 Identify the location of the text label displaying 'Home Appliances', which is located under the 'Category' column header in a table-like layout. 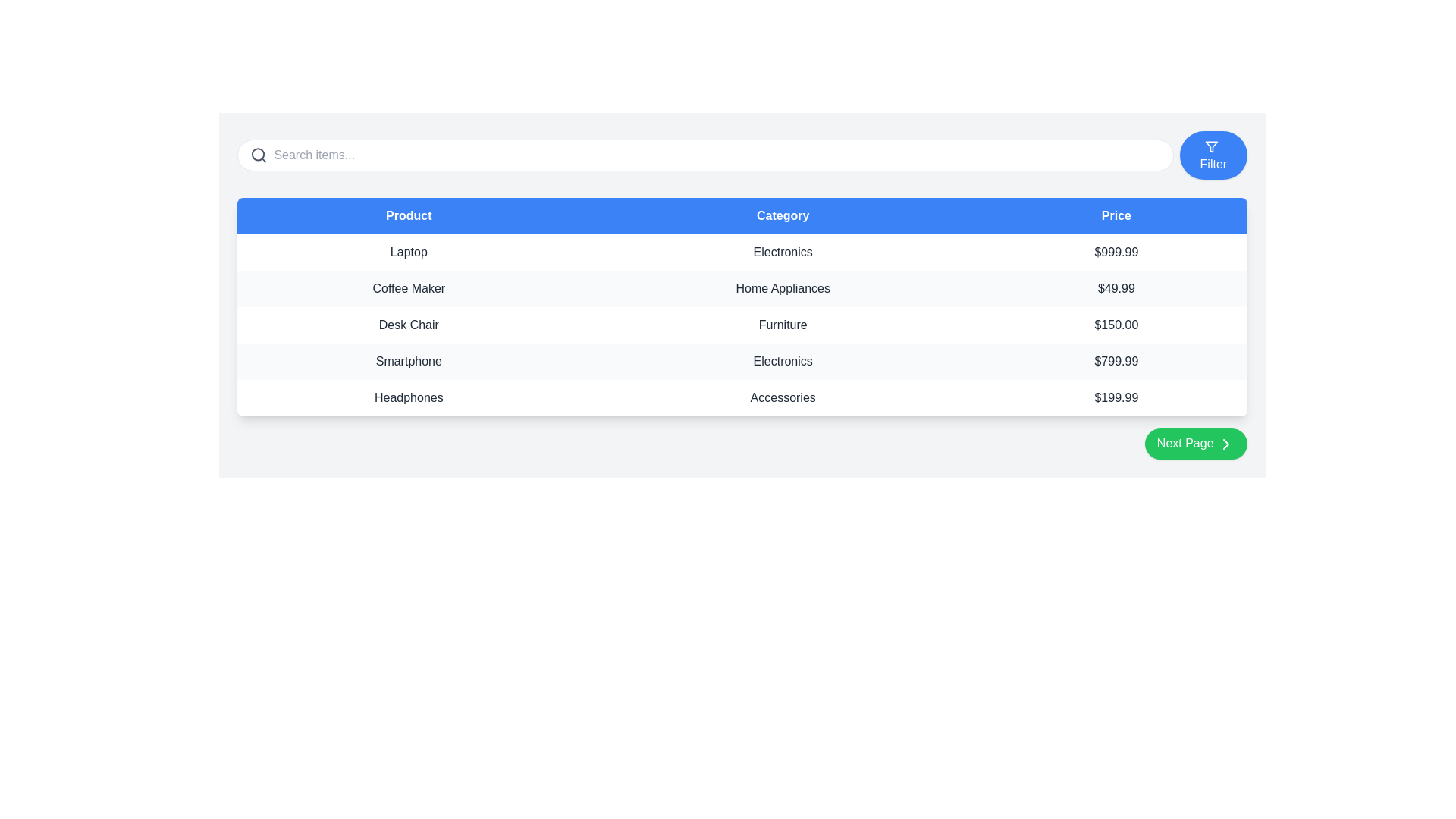
(783, 289).